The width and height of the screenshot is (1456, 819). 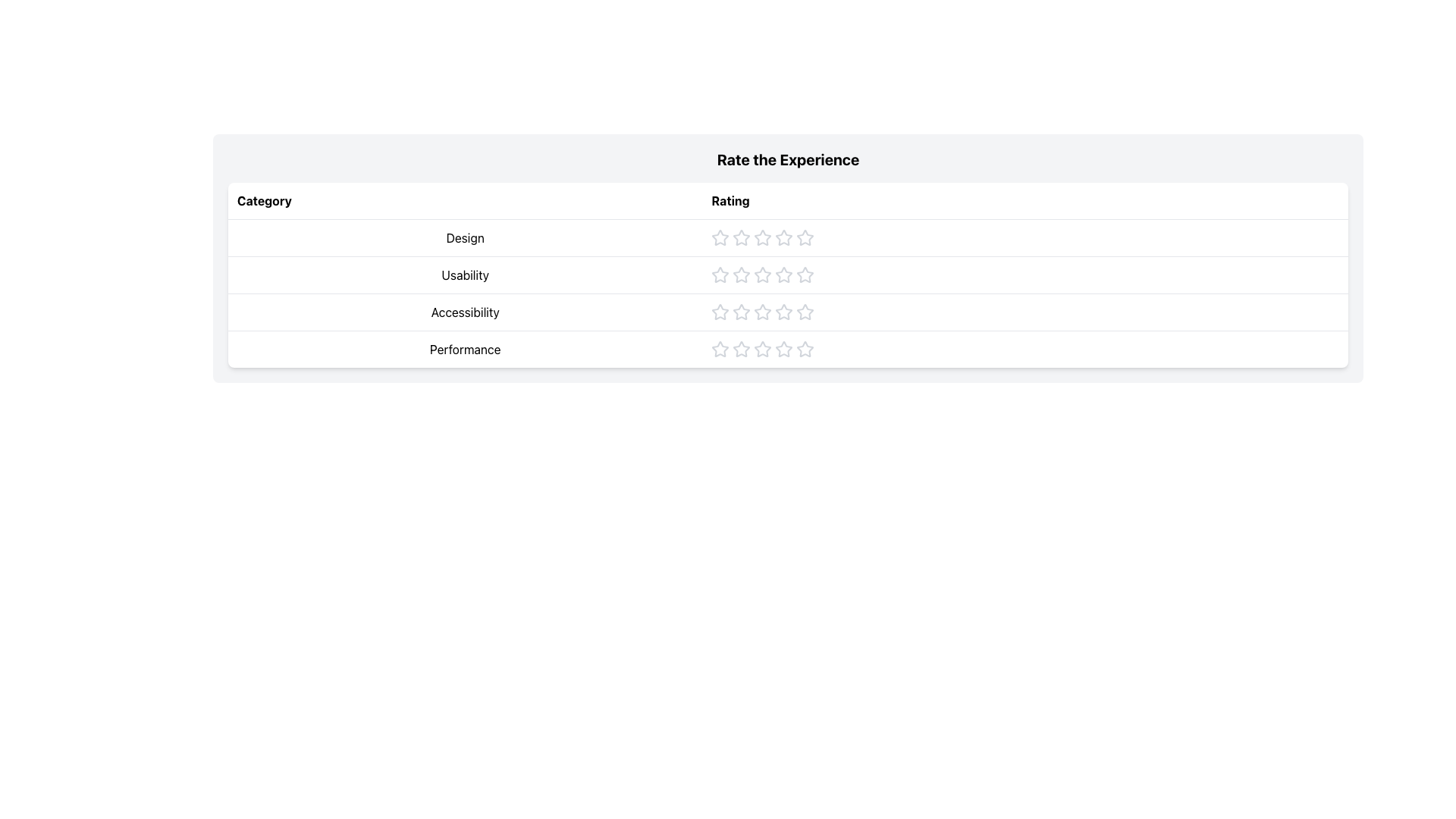 What do you see at coordinates (1025, 312) in the screenshot?
I see `the individual star icons in the Rating Row for the 'Accessibility' category, located in the table under the 'Rate the Experience' section` at bounding box center [1025, 312].